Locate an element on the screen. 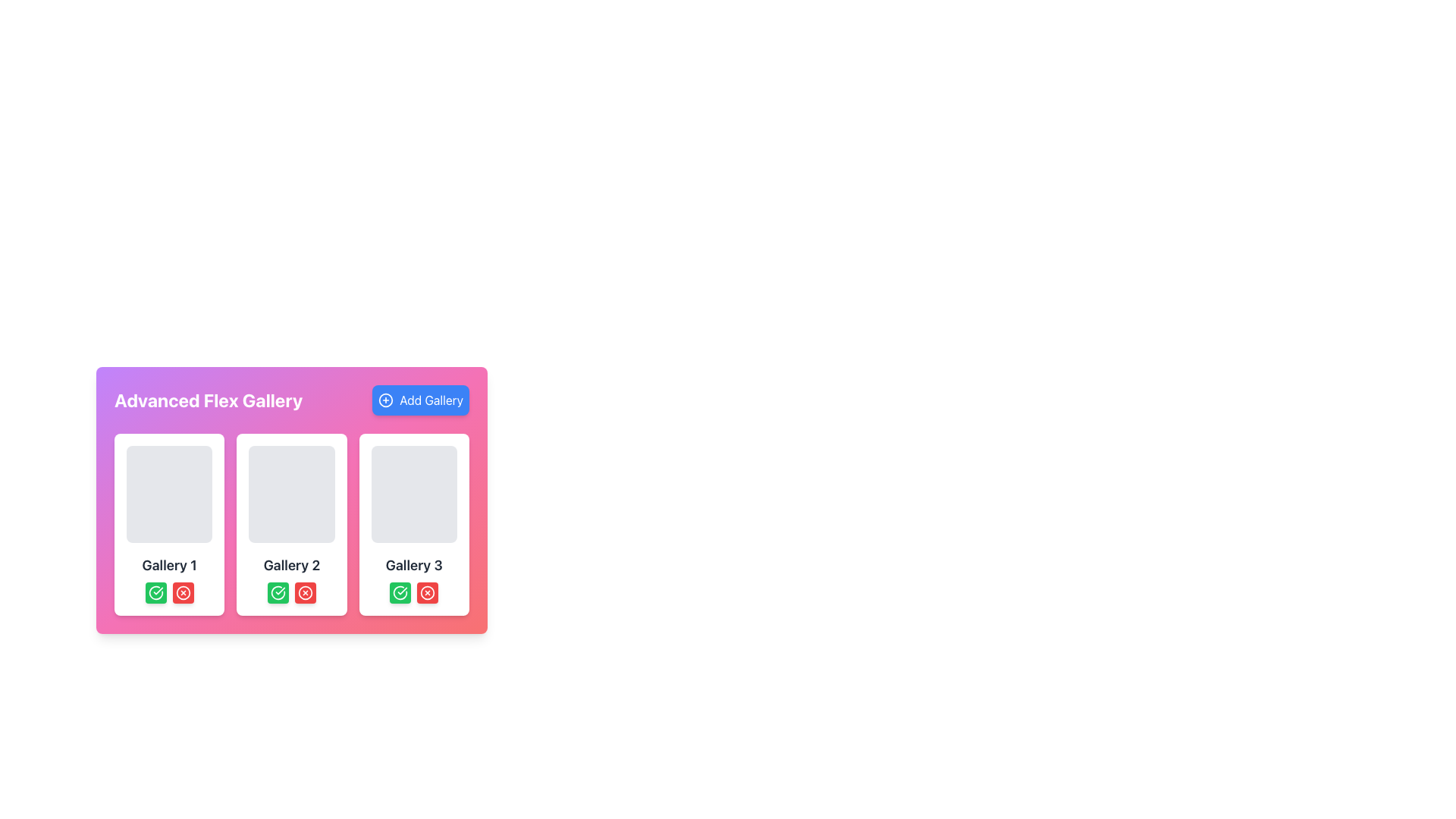 The width and height of the screenshot is (1456, 819). the circular red button with a white cross symbol is located at coordinates (427, 592).